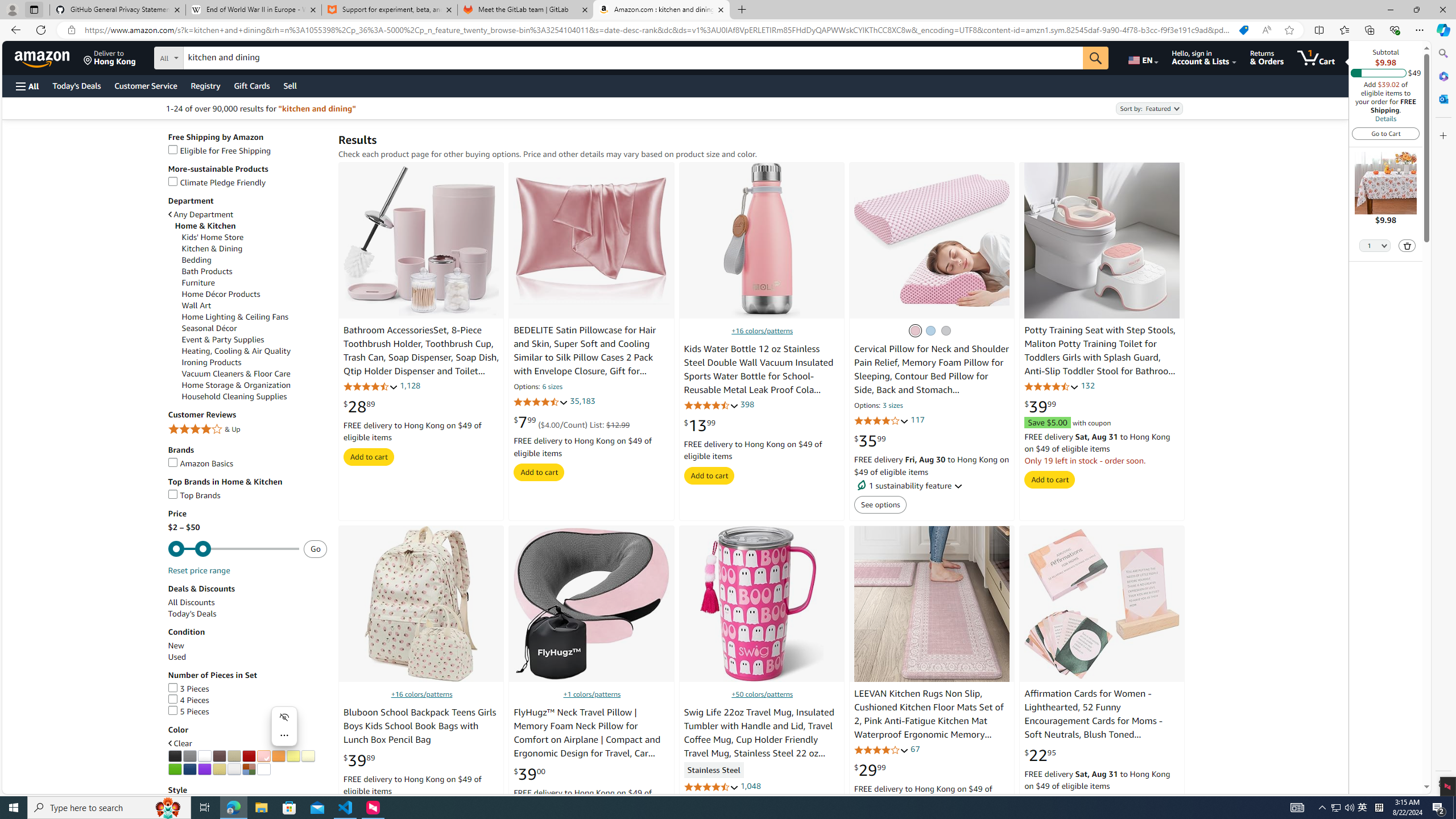  Describe the element at coordinates (1148, 107) in the screenshot. I see `'Sort by:'` at that location.